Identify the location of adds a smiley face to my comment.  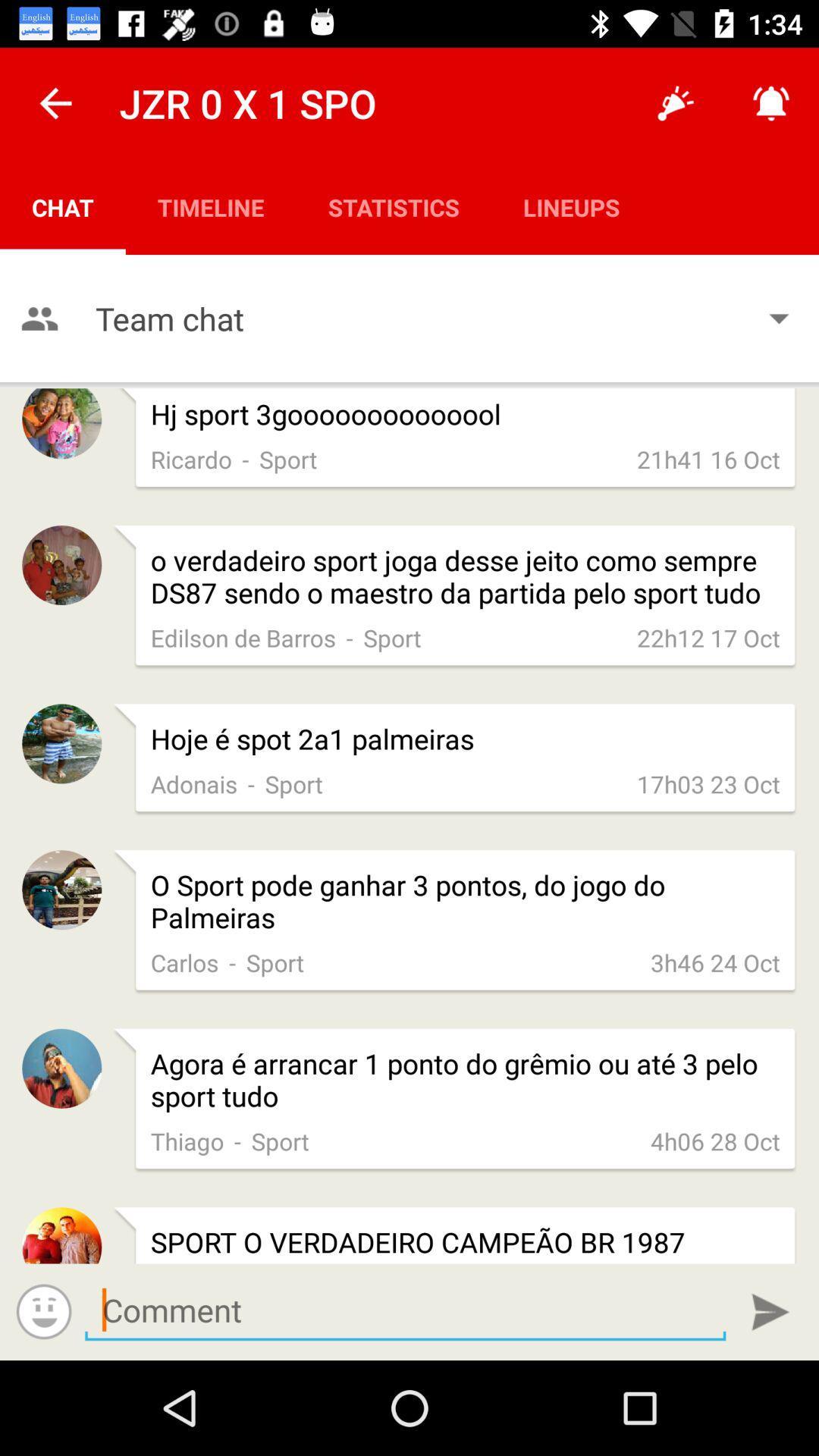
(43, 1310).